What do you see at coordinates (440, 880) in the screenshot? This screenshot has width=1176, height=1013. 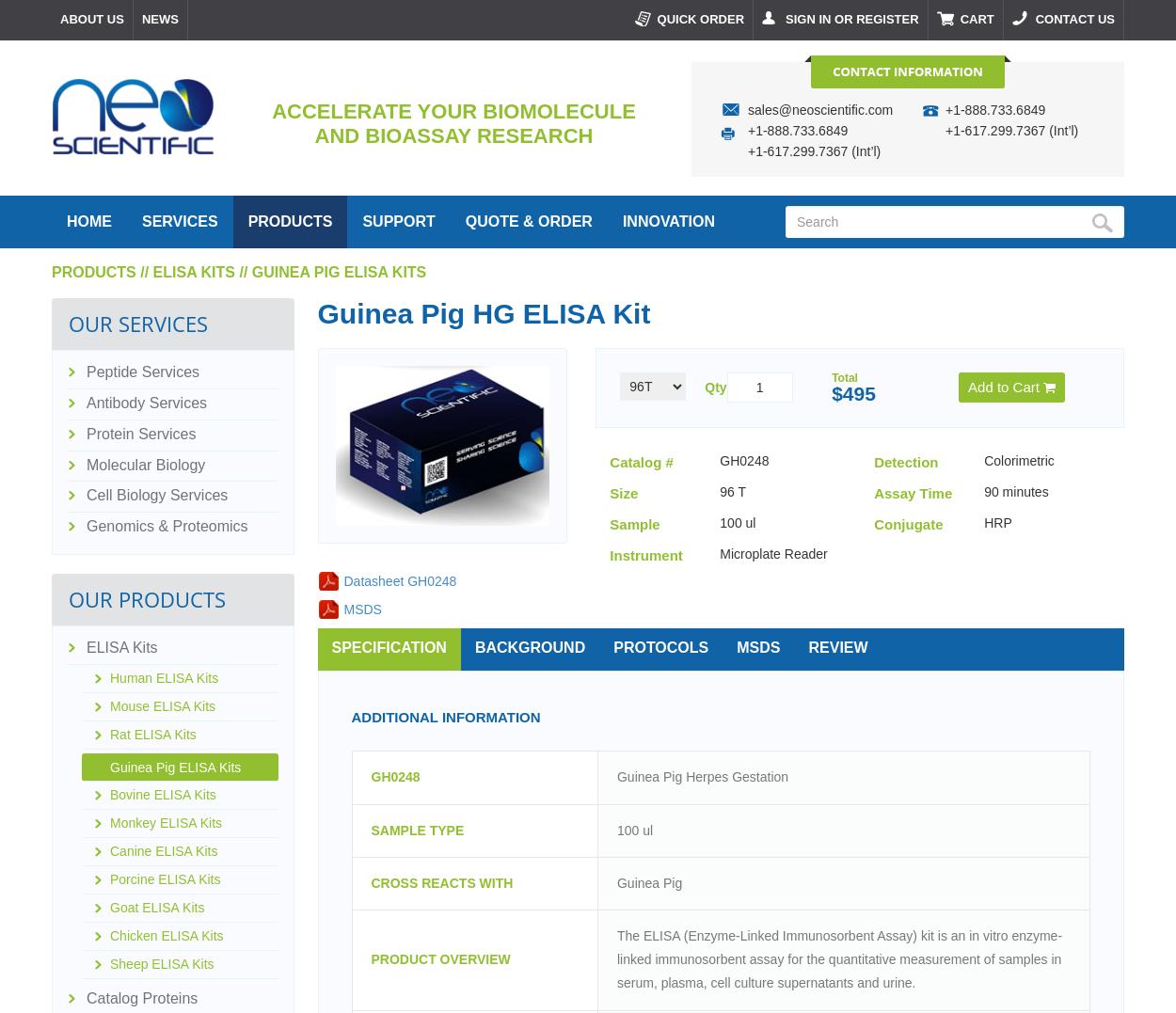 I see `'CROSS REACTS WITH'` at bounding box center [440, 880].